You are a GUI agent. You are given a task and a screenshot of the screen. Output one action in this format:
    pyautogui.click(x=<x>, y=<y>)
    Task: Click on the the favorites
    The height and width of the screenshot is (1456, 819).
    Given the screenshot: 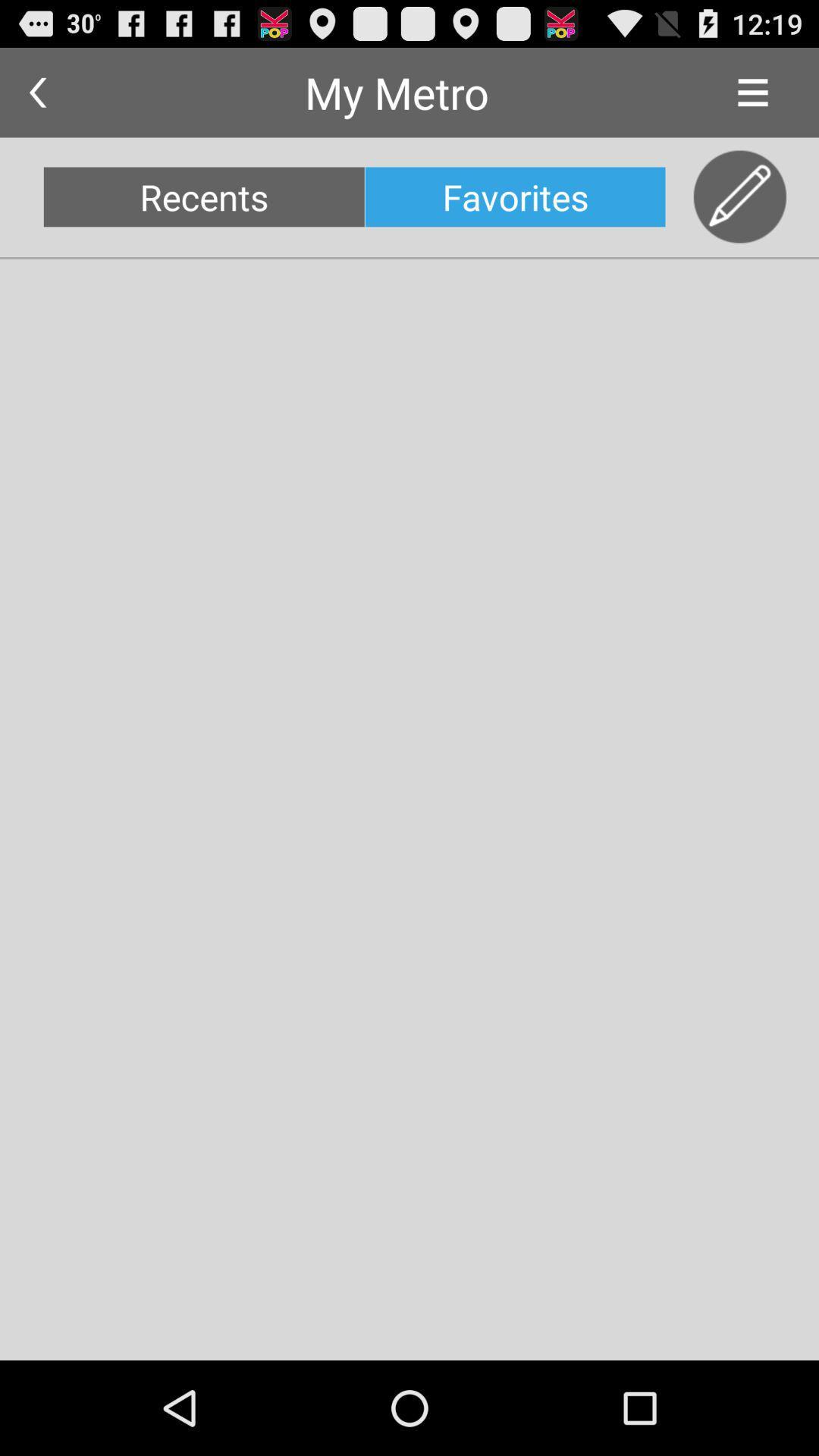 What is the action you would take?
    pyautogui.click(x=514, y=196)
    